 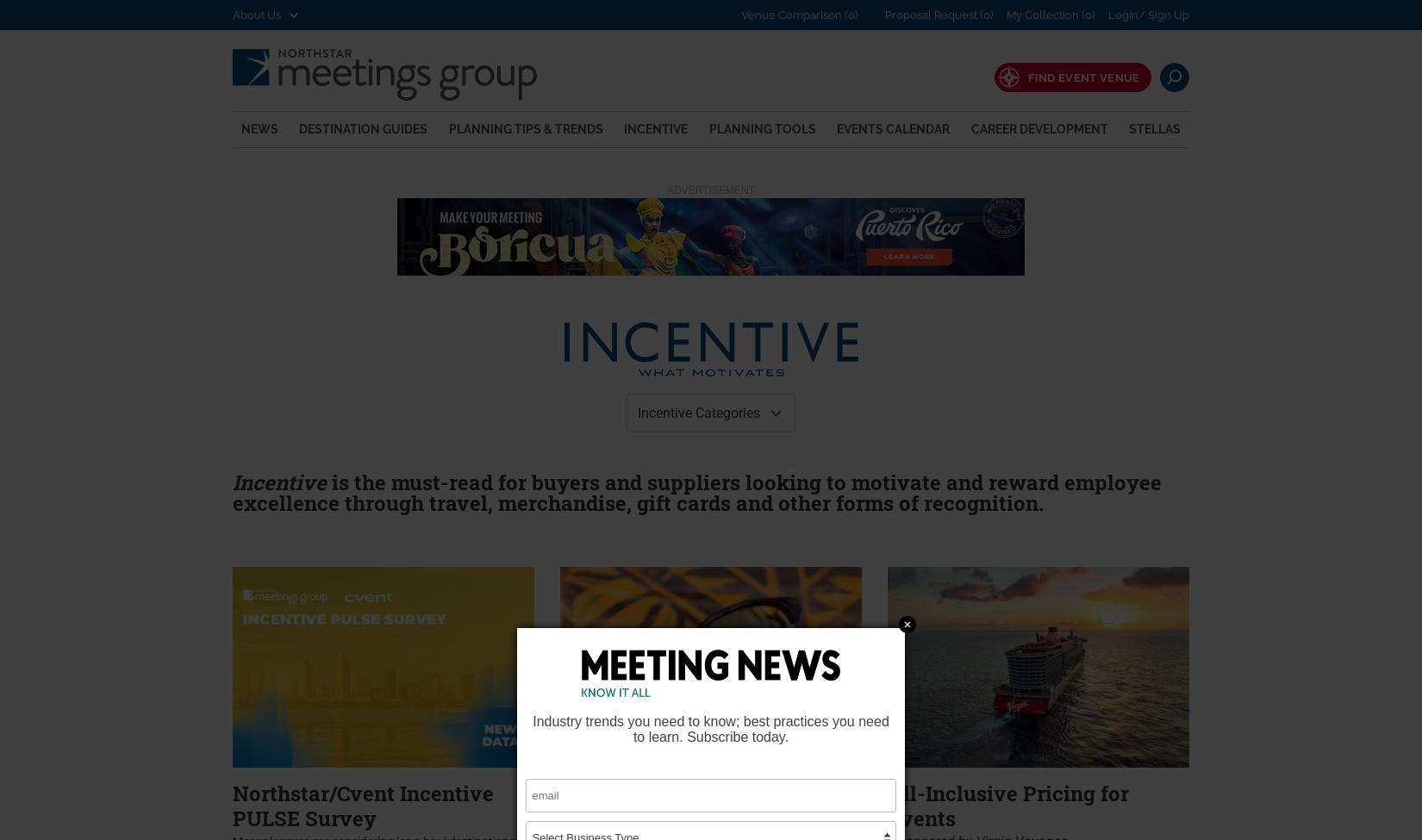 I want to click on 'News', so click(x=259, y=127).